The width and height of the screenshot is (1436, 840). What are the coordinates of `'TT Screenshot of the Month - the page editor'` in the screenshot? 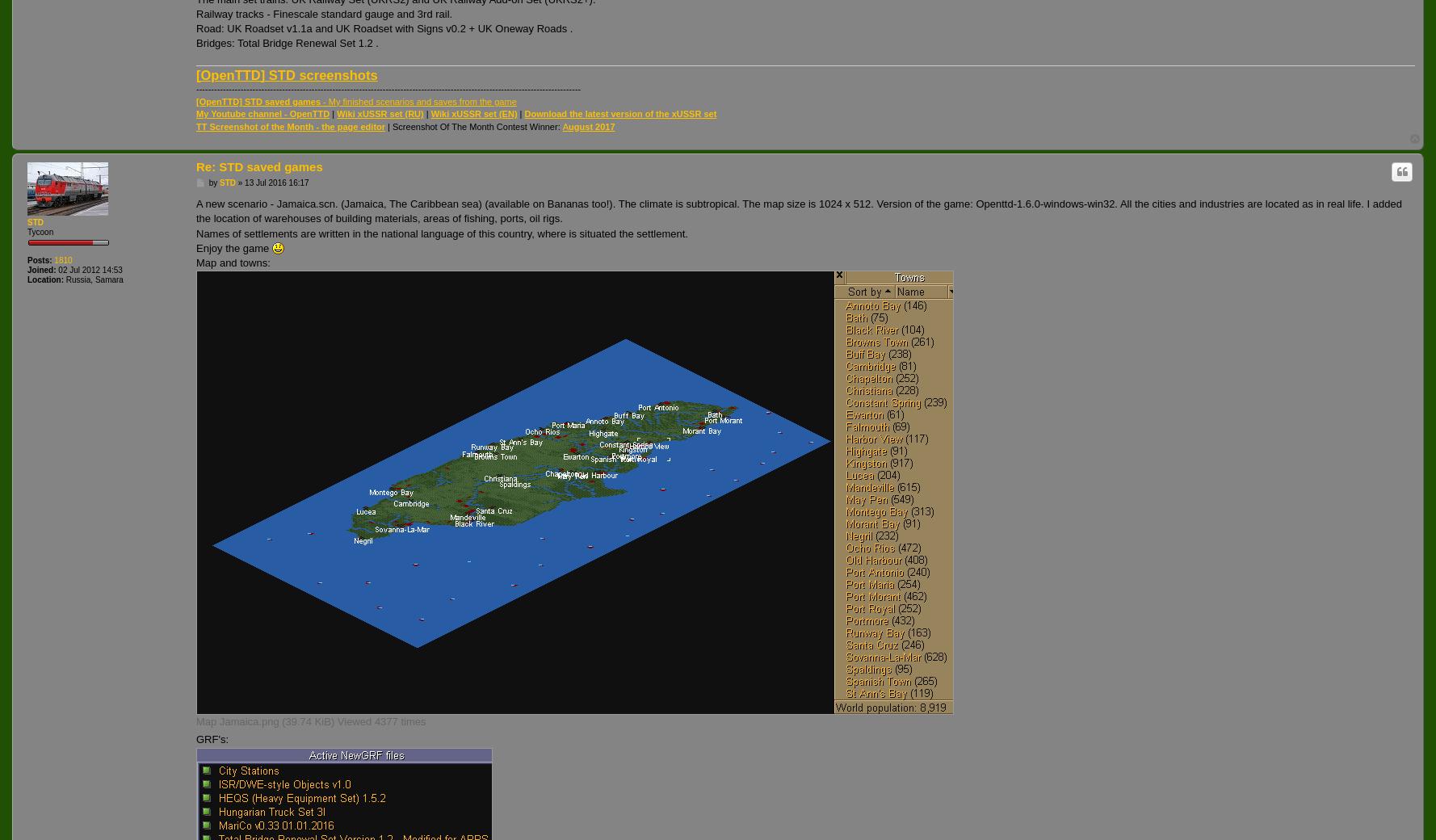 It's located at (290, 126).